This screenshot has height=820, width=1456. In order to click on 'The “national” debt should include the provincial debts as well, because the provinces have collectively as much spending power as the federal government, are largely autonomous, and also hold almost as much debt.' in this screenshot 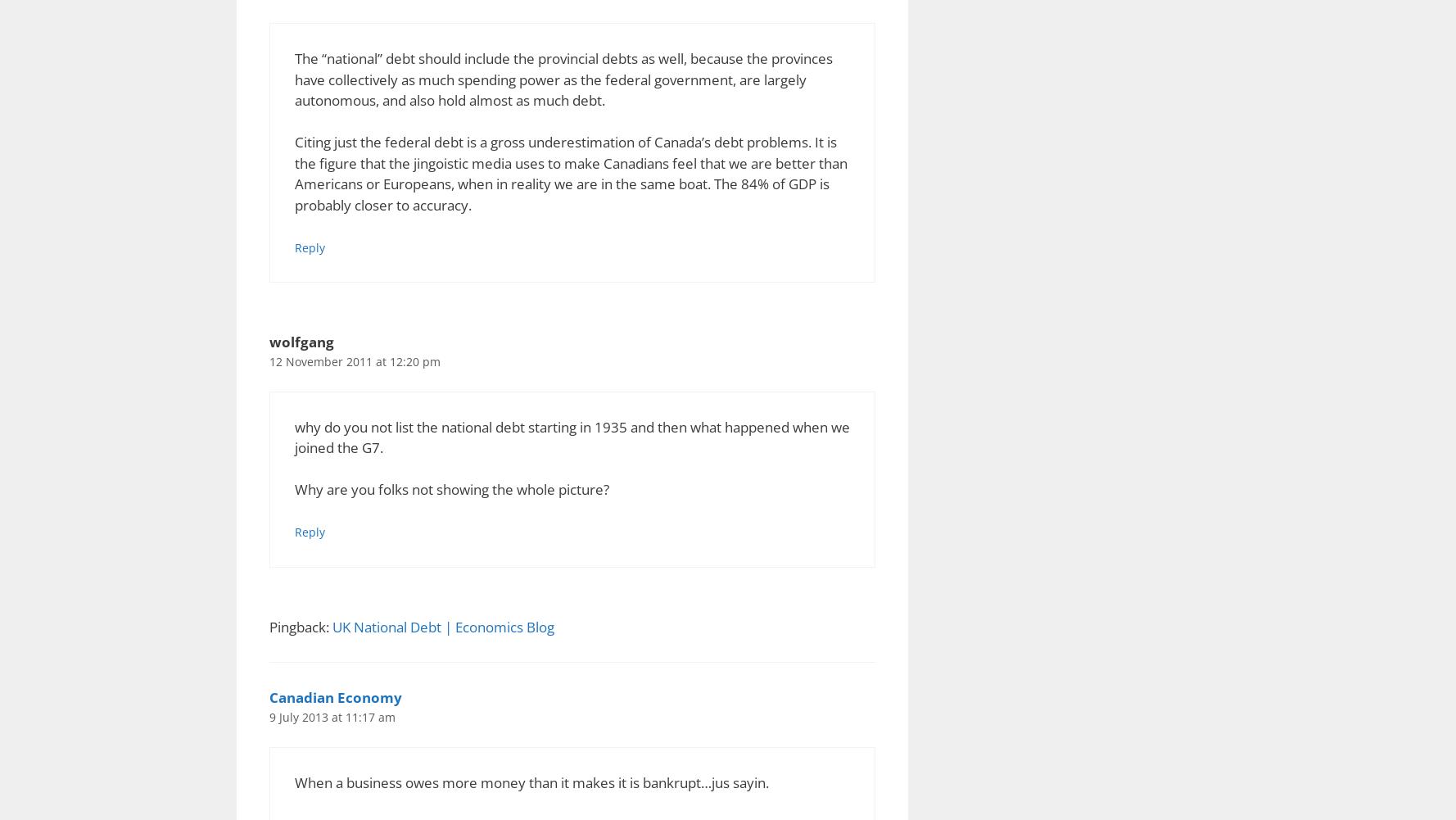, I will do `click(294, 78)`.